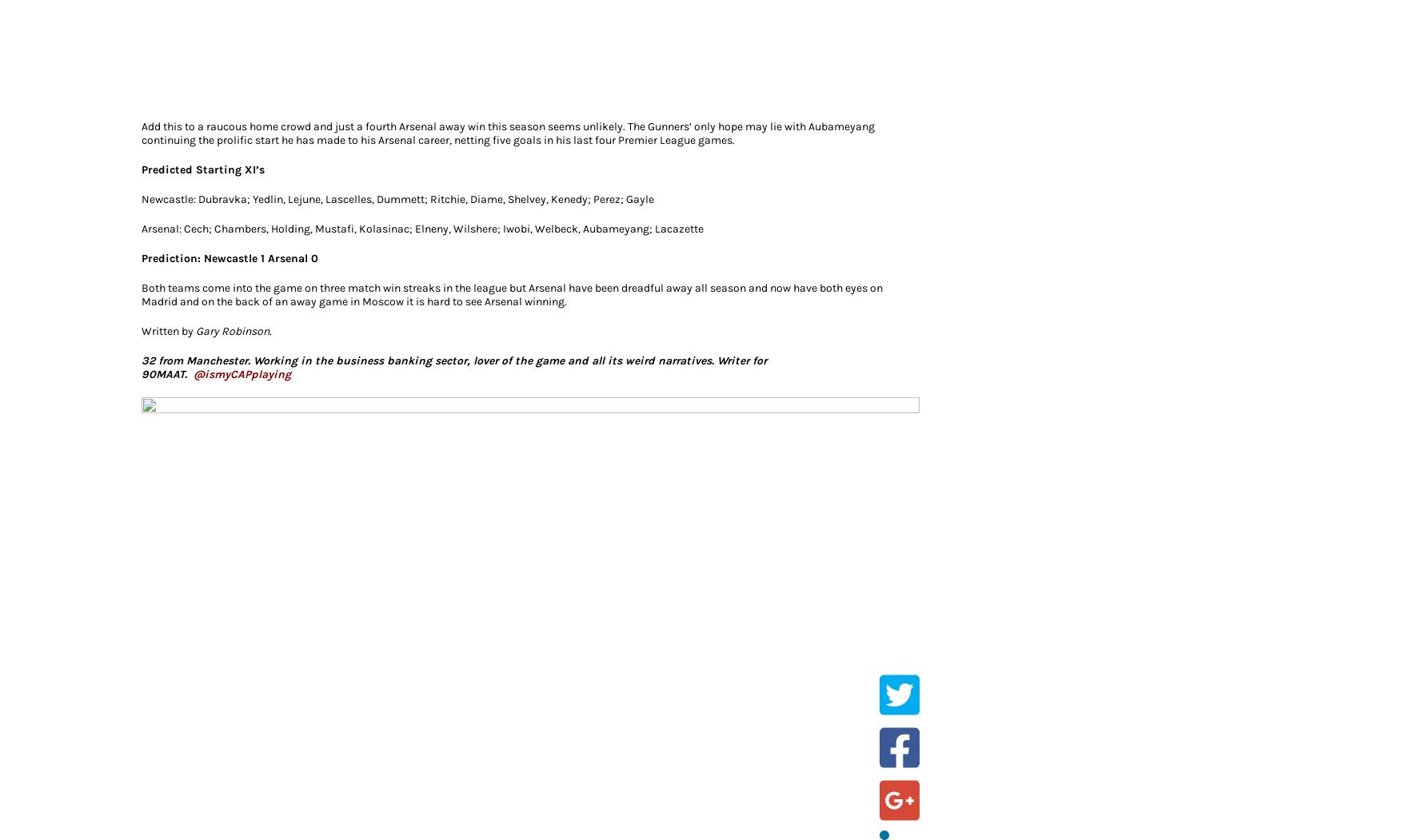 Image resolution: width=1417 pixels, height=840 pixels. Describe the element at coordinates (421, 227) in the screenshot. I see `'Arsenal: Cech; Chambers, Holding, Mustafi, Kolasinac; Elneny, Wilshere; Iwobi, Welbeck, Aubameyang; Lacazette'` at that location.